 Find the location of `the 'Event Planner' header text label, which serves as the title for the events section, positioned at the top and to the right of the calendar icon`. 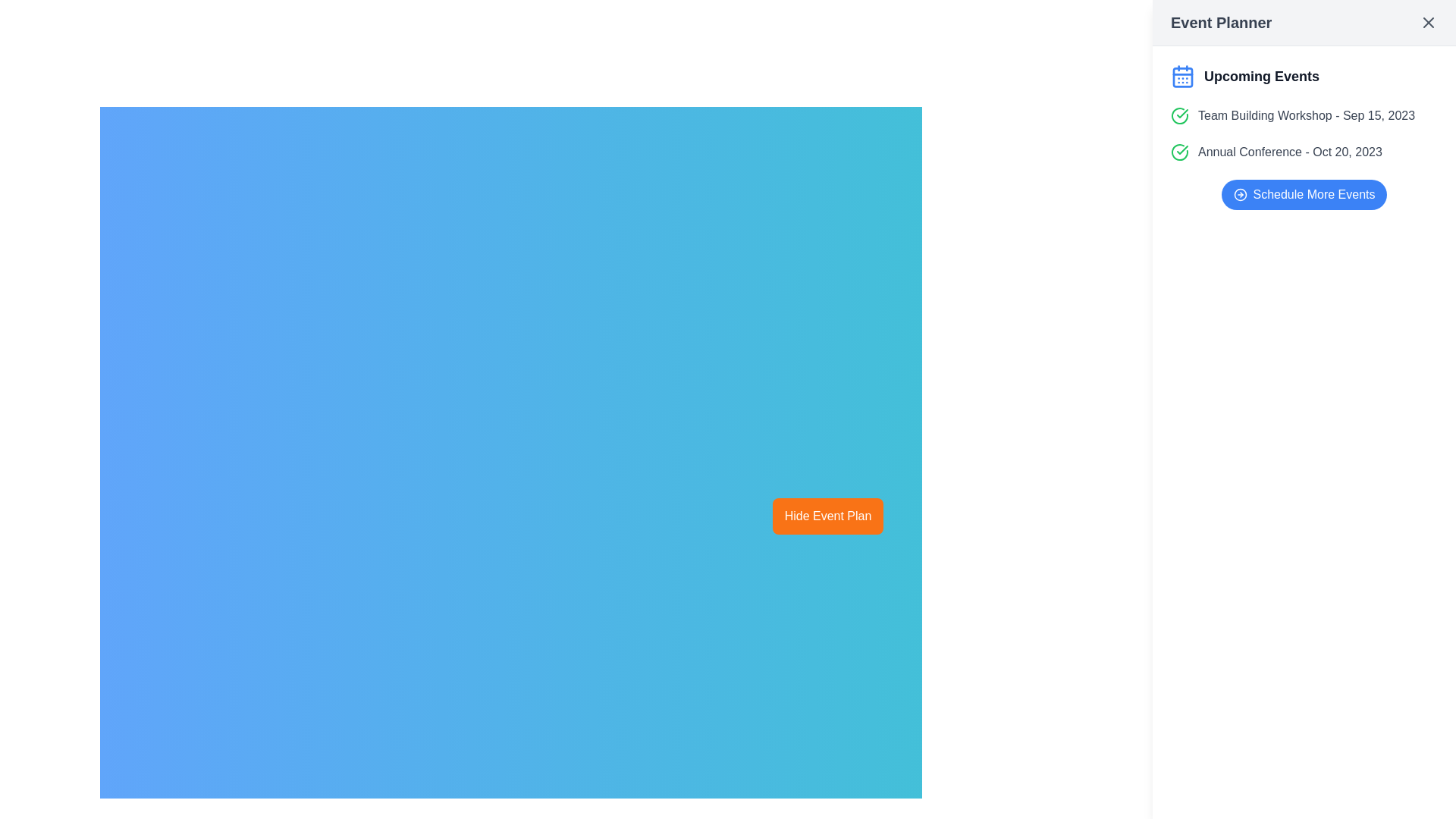

the 'Event Planner' header text label, which serves as the title for the events section, positioned at the top and to the right of the calendar icon is located at coordinates (1303, 76).